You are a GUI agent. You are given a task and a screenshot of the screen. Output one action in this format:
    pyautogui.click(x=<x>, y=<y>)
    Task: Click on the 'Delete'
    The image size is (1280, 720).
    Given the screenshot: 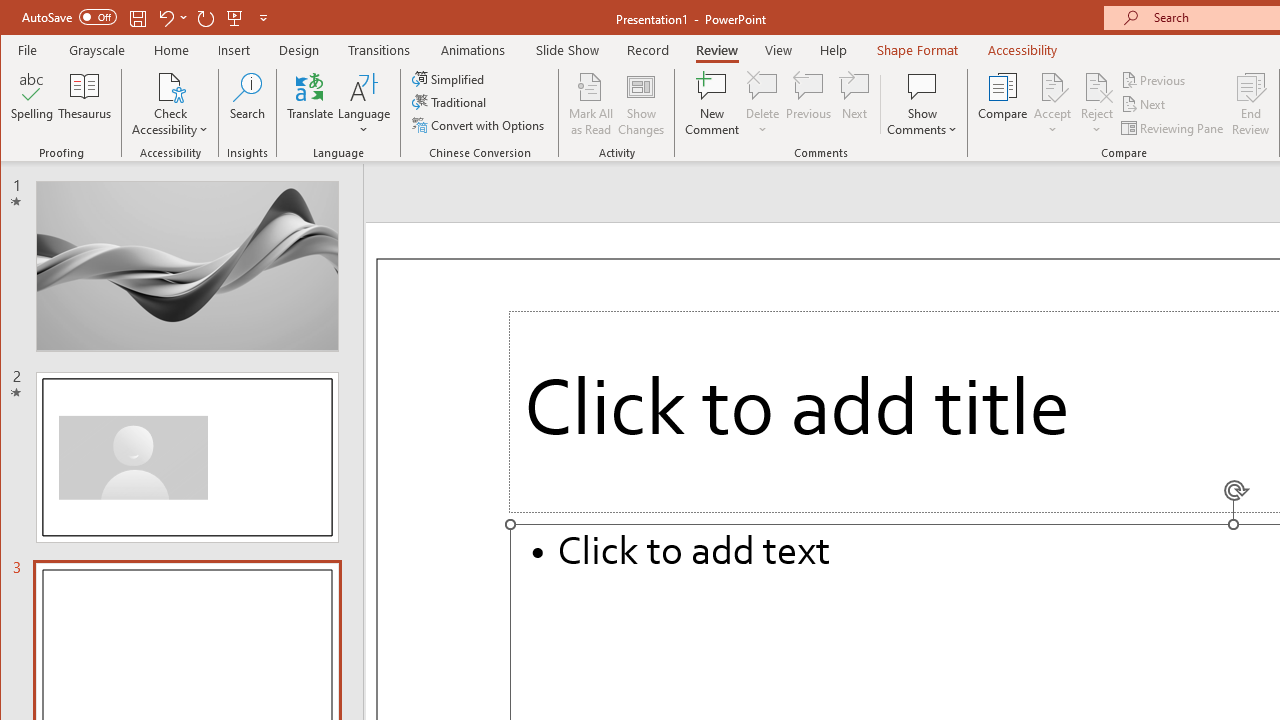 What is the action you would take?
    pyautogui.click(x=761, y=85)
    